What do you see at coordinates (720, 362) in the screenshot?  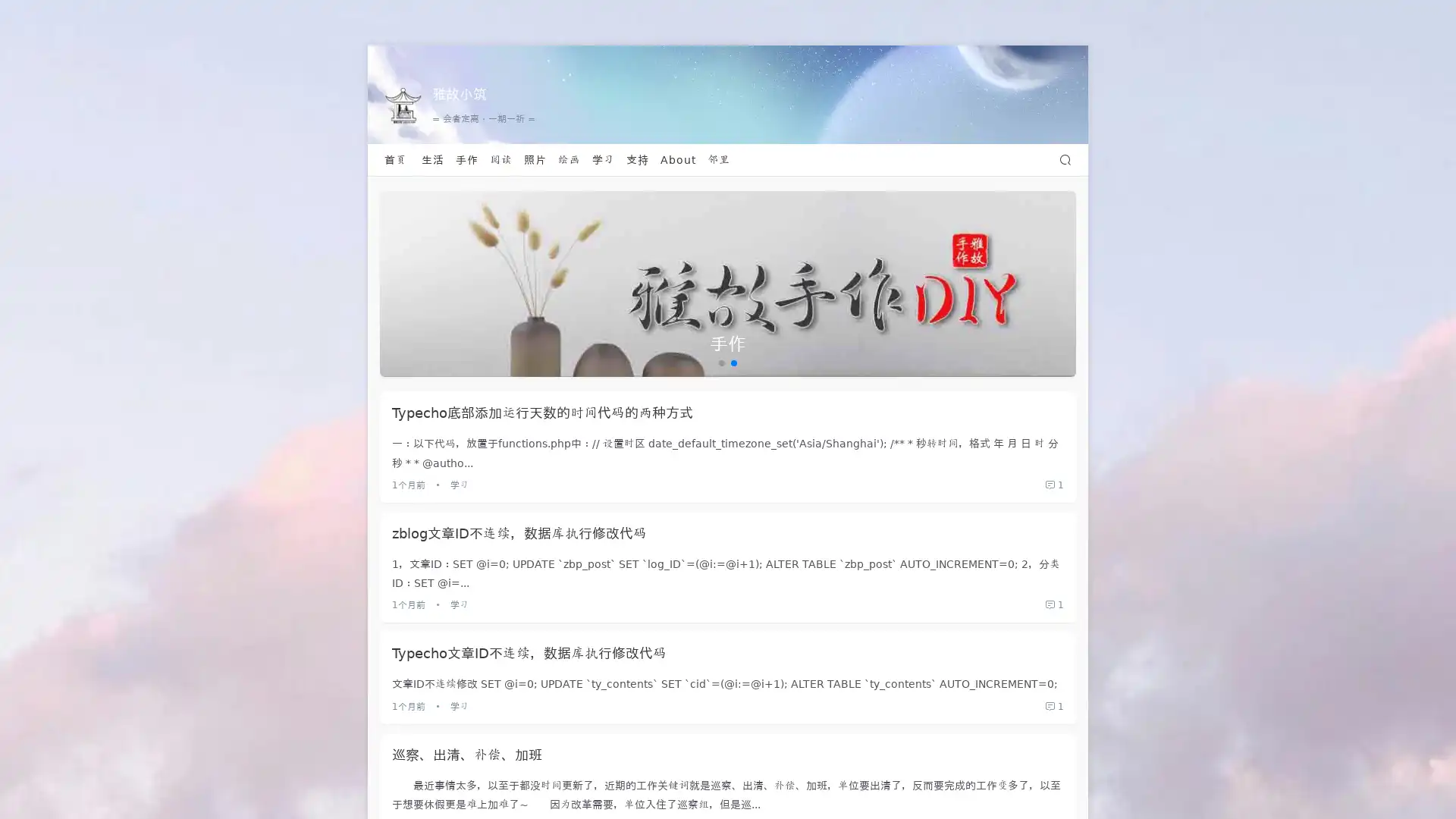 I see `Go to slide 1` at bounding box center [720, 362].